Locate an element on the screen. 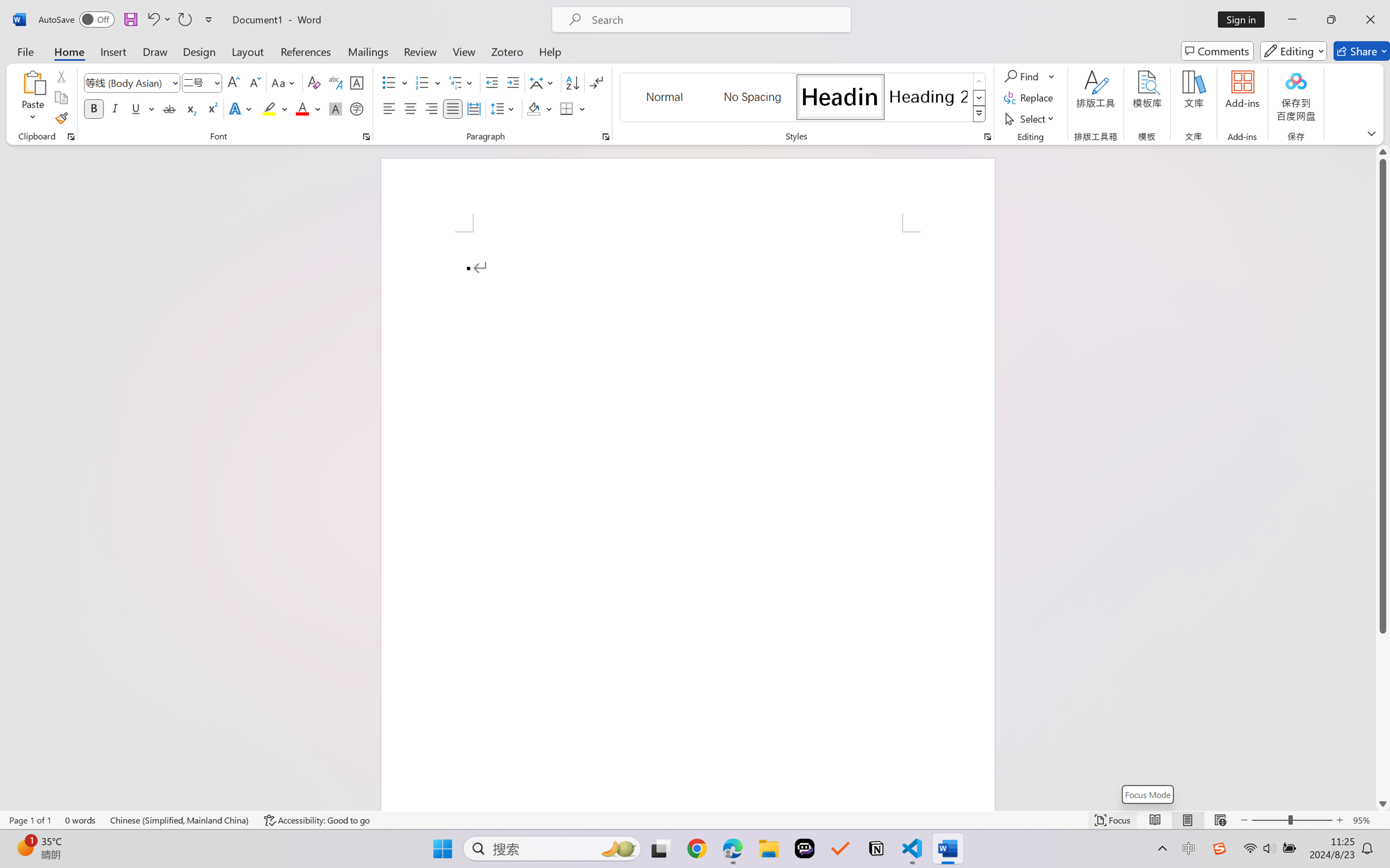 The image size is (1390, 868). 'AutomationID: QuickStylesGallery' is located at coordinates (802, 98).